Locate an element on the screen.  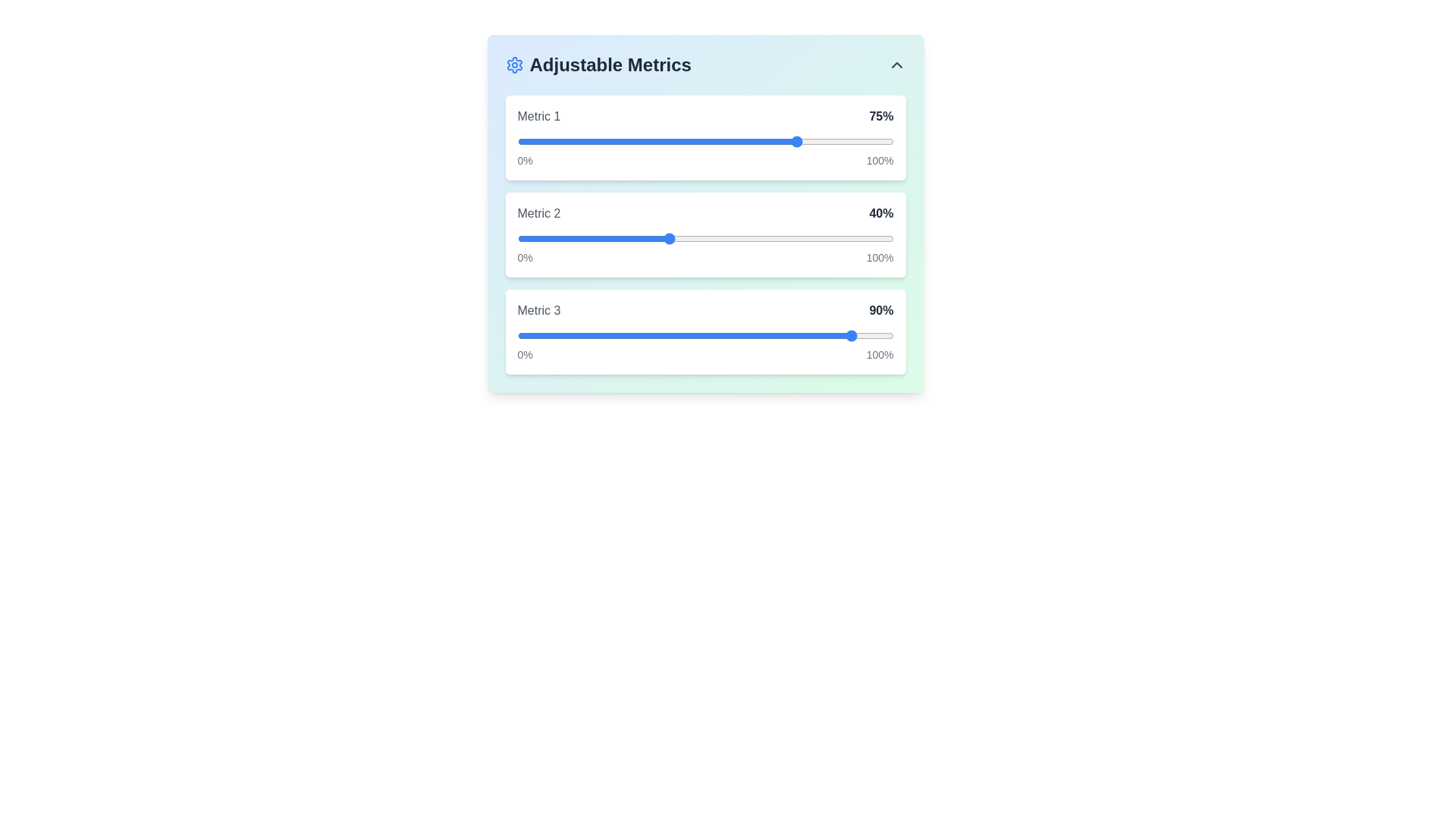
the Text label that indicates the maximum limit (100%) for the Metric 3 slider, which is positioned to the right of the '0%' label is located at coordinates (880, 354).